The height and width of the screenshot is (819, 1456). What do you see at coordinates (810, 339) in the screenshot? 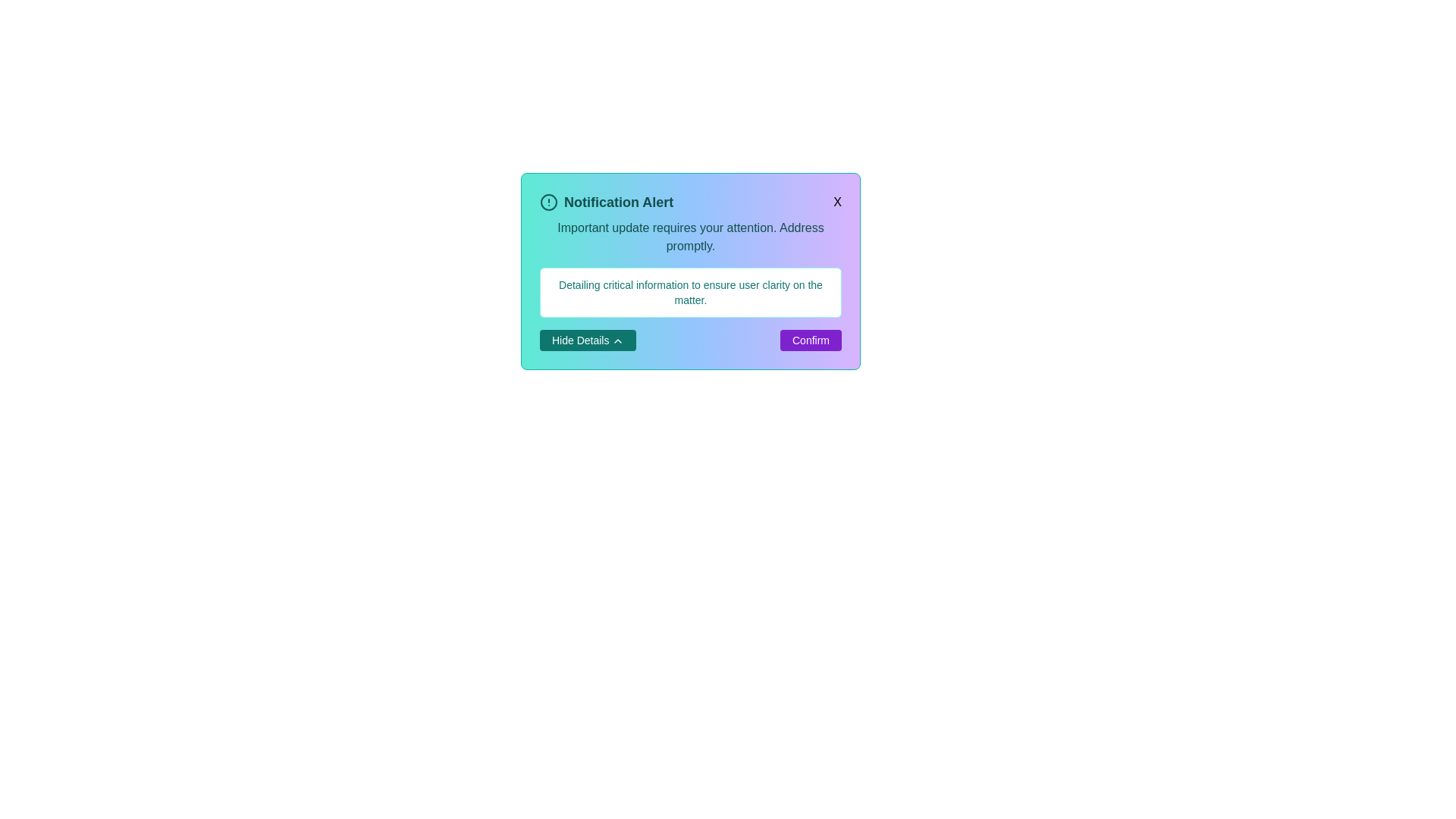
I see `the 'Confirm' button to acknowledge the alert` at bounding box center [810, 339].